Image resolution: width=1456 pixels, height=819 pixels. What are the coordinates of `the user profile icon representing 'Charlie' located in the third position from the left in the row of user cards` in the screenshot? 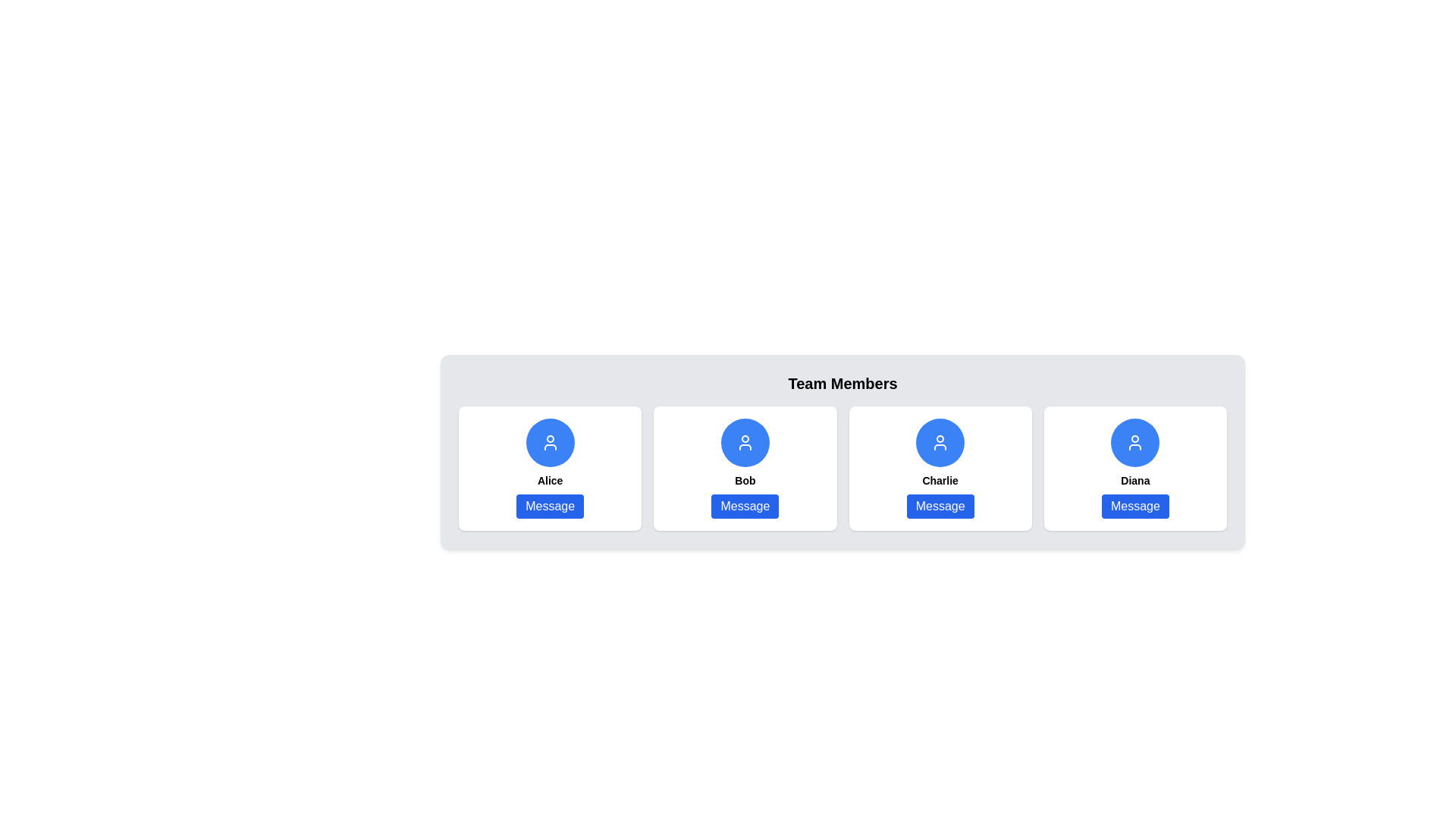 It's located at (939, 442).